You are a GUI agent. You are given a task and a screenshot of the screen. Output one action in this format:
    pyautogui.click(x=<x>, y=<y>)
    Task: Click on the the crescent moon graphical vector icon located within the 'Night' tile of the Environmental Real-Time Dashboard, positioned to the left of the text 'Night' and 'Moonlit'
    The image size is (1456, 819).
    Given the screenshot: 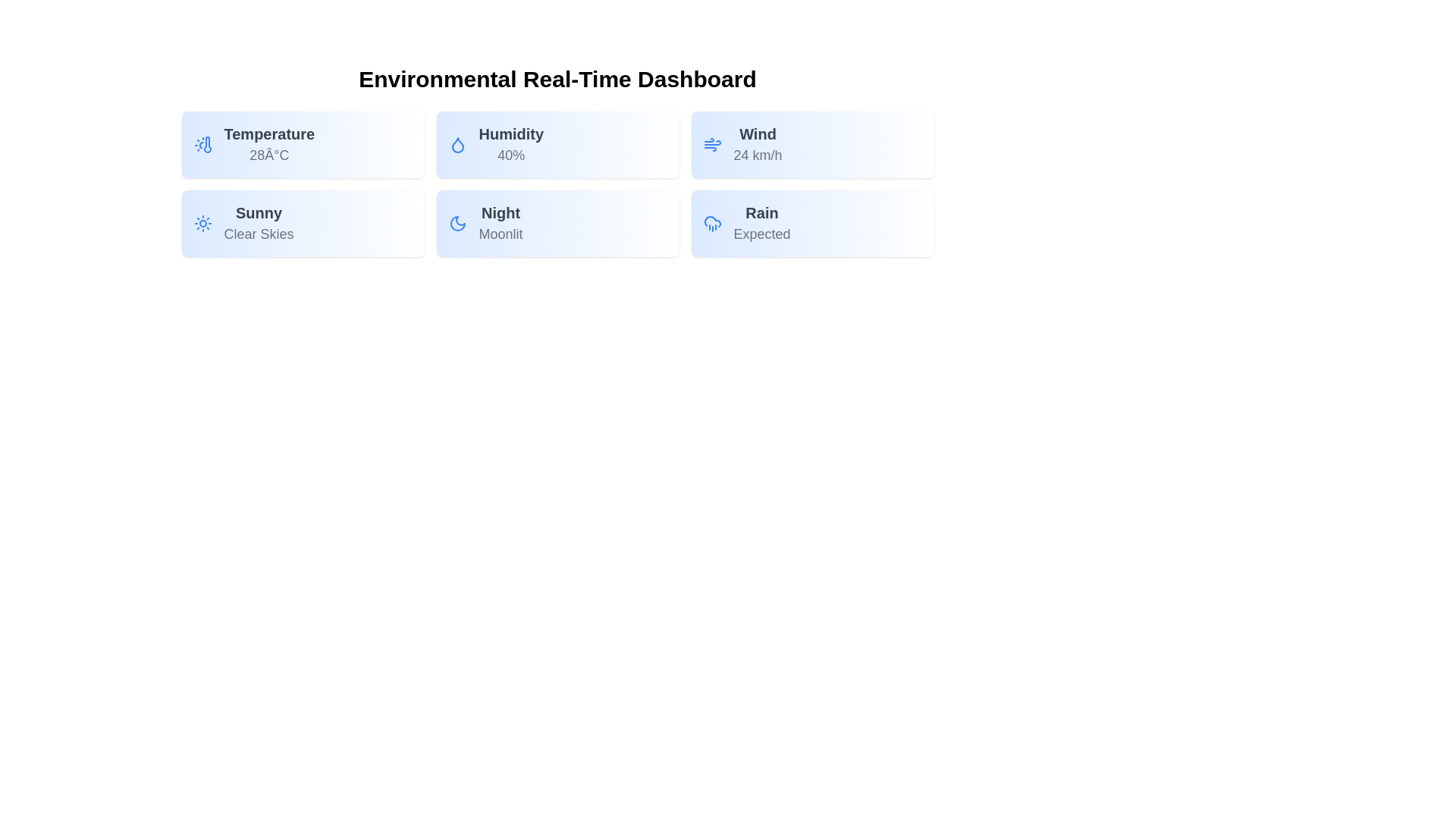 What is the action you would take?
    pyautogui.click(x=457, y=223)
    